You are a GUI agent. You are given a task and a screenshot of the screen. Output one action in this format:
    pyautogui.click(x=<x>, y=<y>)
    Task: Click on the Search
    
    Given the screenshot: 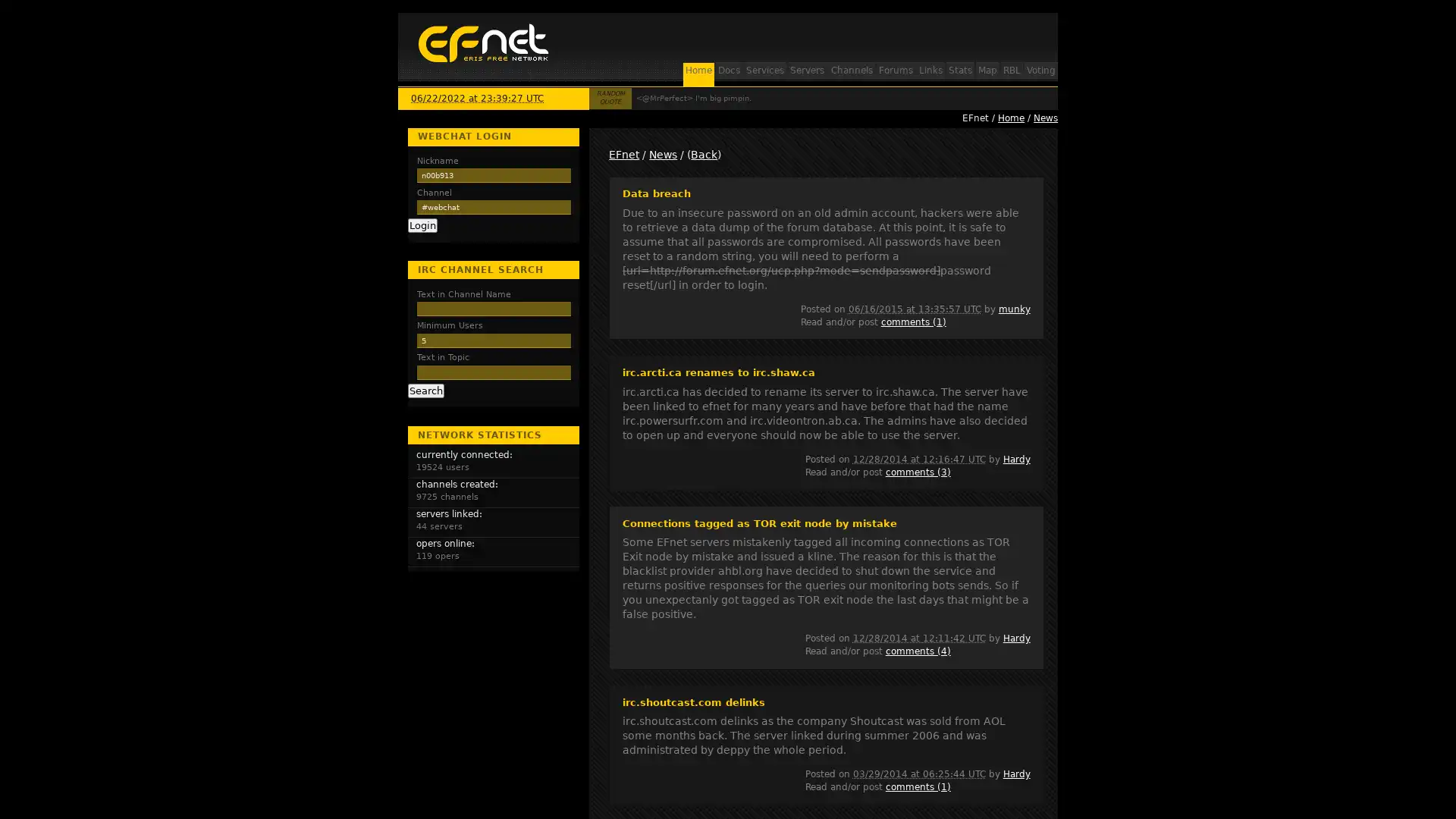 What is the action you would take?
    pyautogui.click(x=425, y=390)
    